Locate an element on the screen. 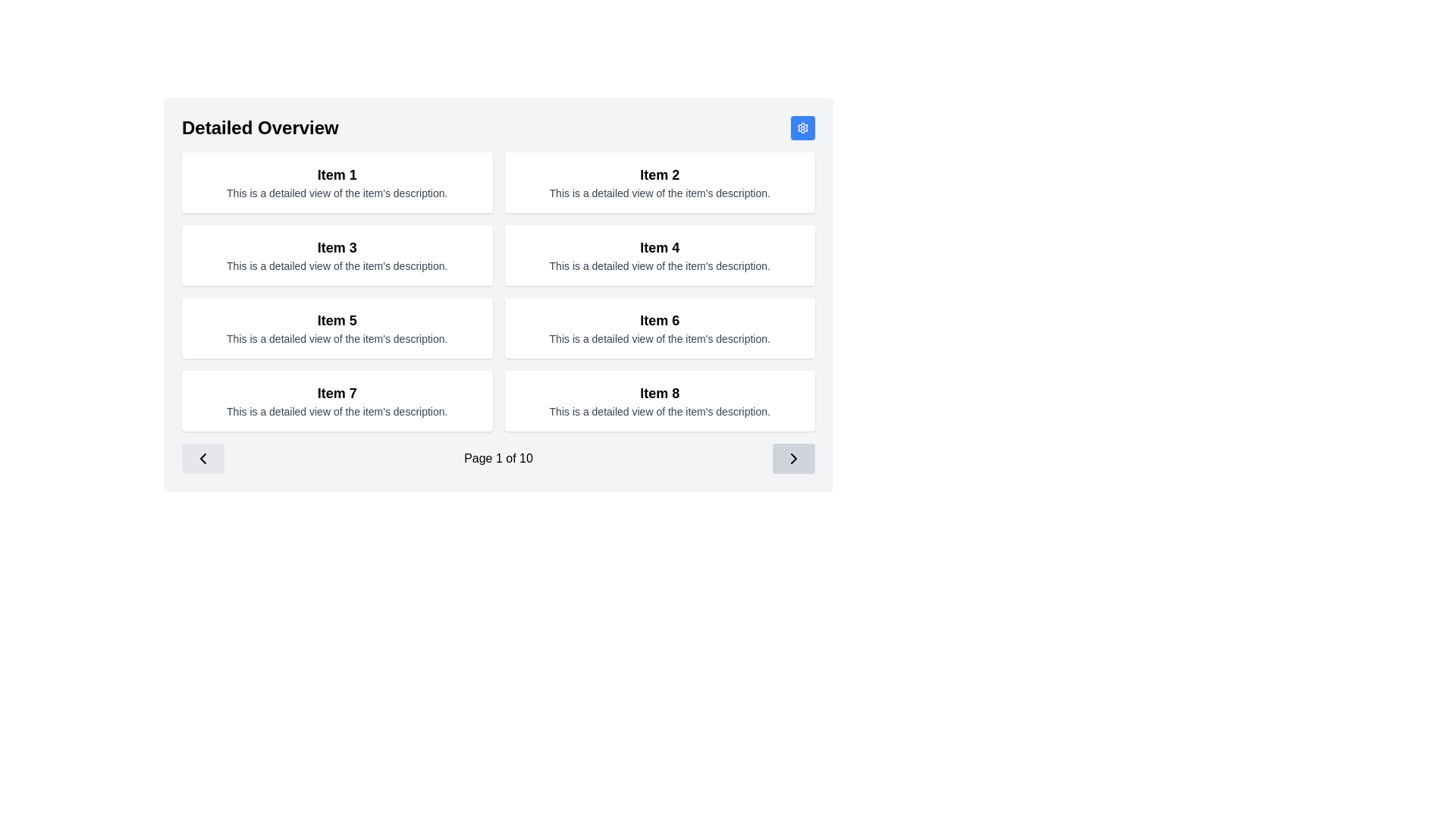 The image size is (1456, 819). bold text label 'Item 1' located at the upper-left corner of the grid layout in the first box of the first row is located at coordinates (336, 174).